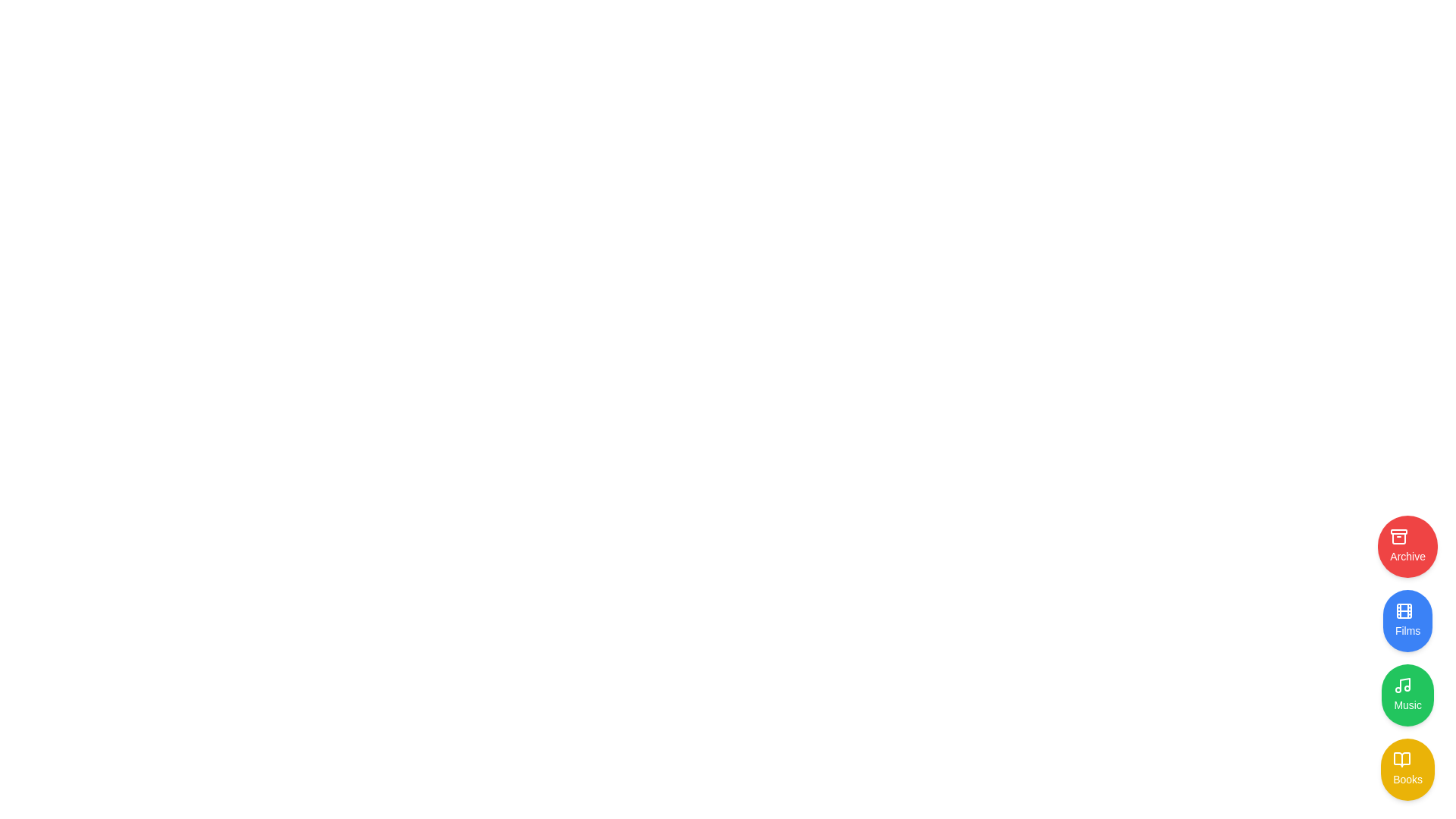  What do you see at coordinates (1407, 631) in the screenshot?
I see `the text label located inside the second button from the top of the right-side vertical menu, which is blue and marked with a filmstrip-like icon` at bounding box center [1407, 631].